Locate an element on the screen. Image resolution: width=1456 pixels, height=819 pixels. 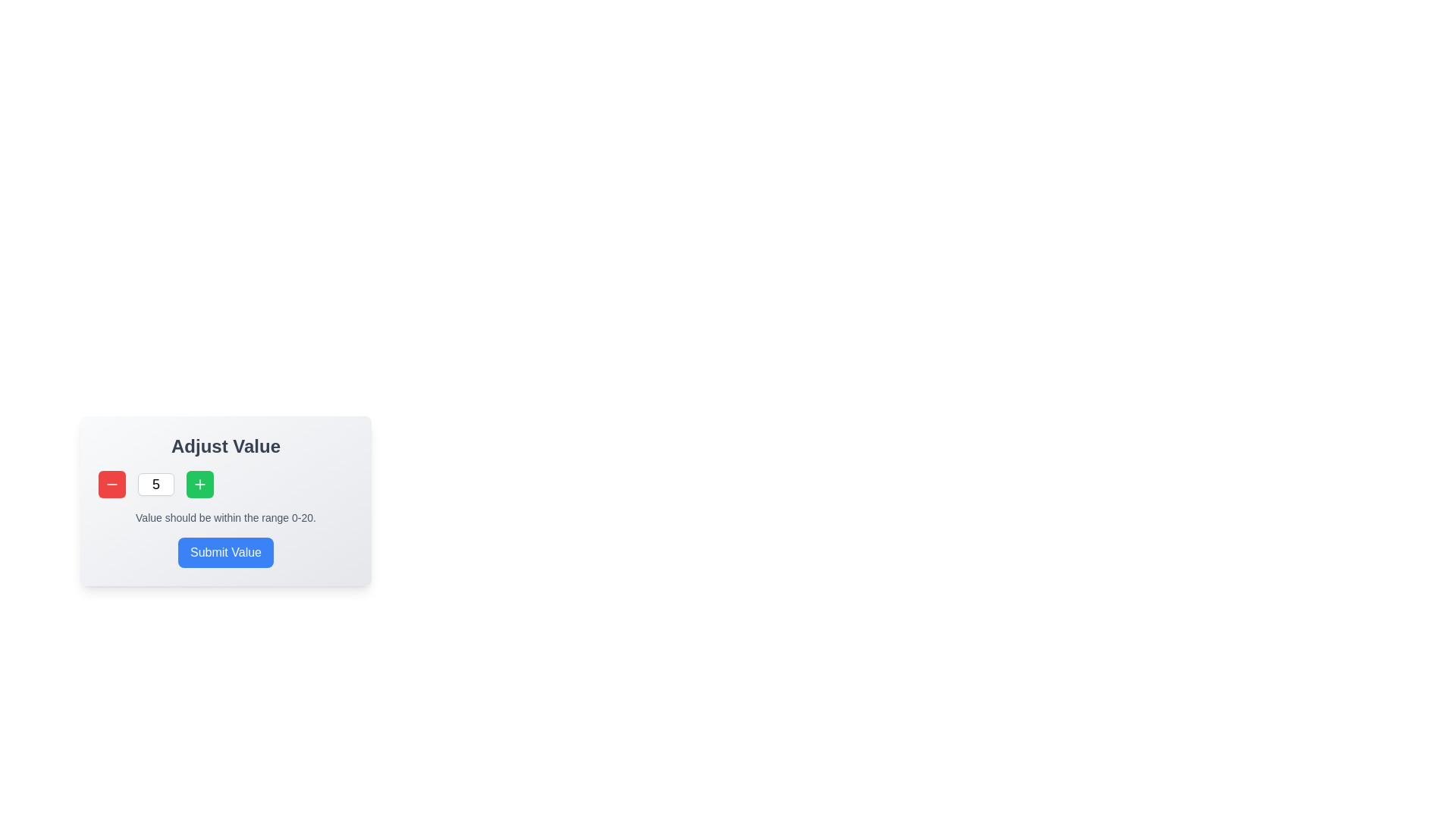
the 'Submit Value' button, which is a large rectangular button with rounded corners, featuring white text on a blue background that changes shade when hovered over is located at coordinates (224, 553).